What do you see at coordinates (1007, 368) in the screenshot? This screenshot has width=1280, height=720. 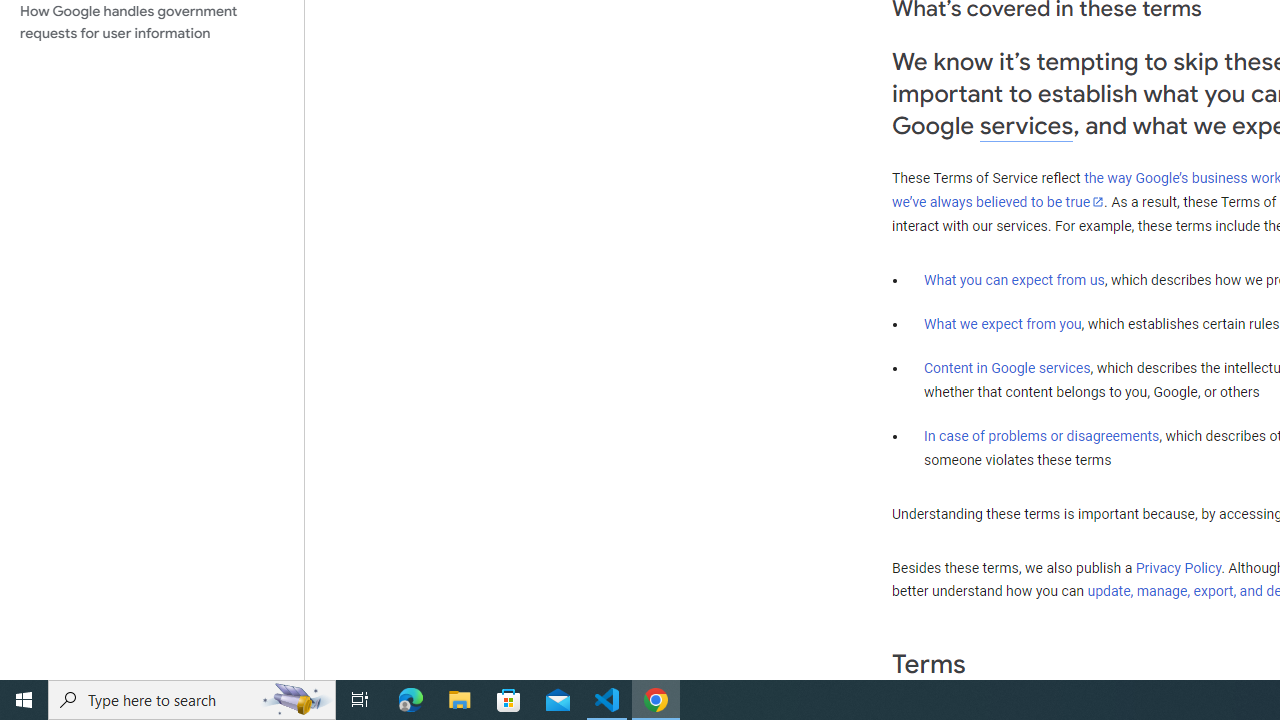 I see `'Content in Google services'` at bounding box center [1007, 368].